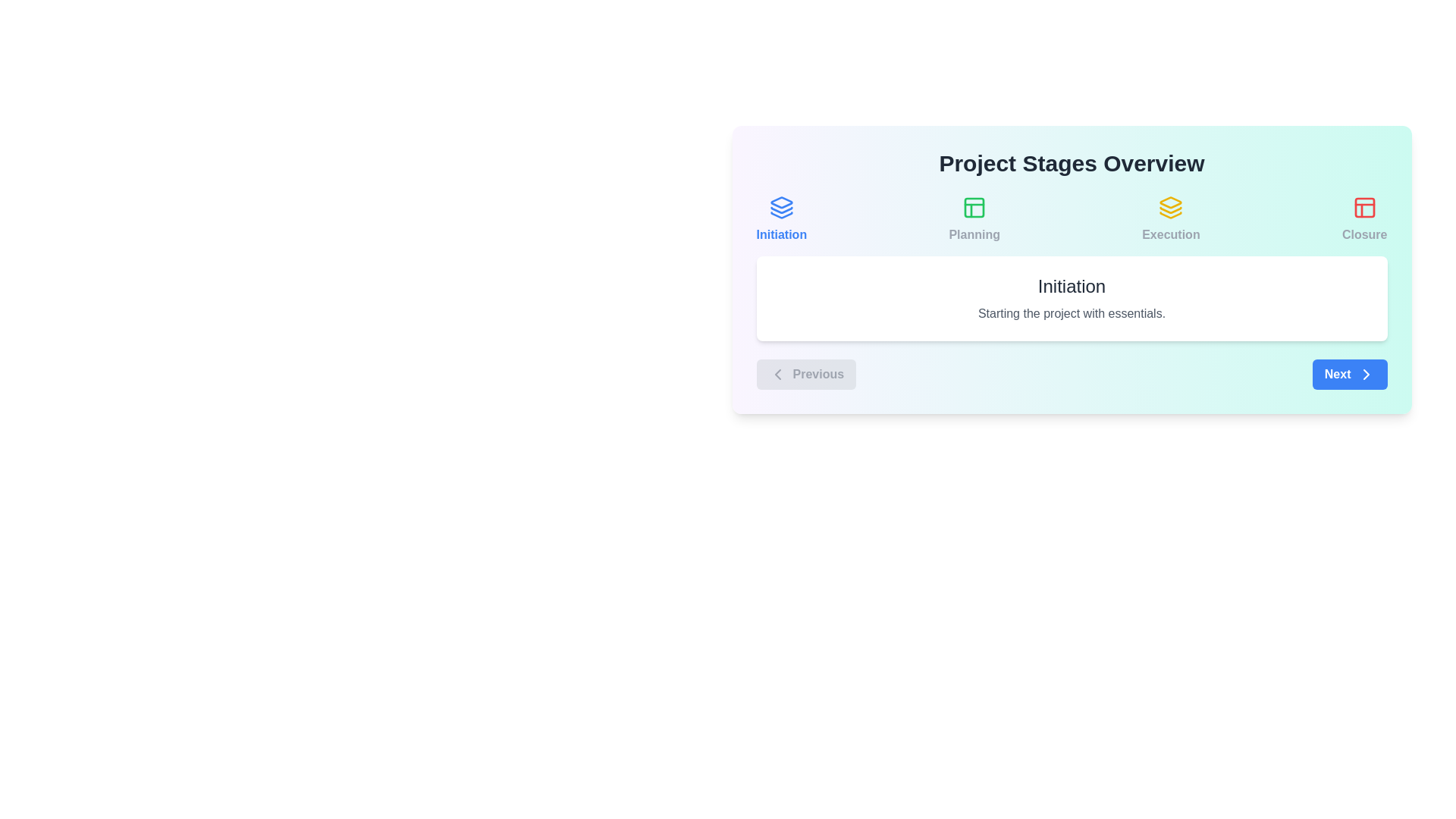 The height and width of the screenshot is (819, 1456). What do you see at coordinates (1170, 234) in the screenshot?
I see `the text label displaying 'Execution' in gray font, located below a yellow icon in a navigation interface` at bounding box center [1170, 234].